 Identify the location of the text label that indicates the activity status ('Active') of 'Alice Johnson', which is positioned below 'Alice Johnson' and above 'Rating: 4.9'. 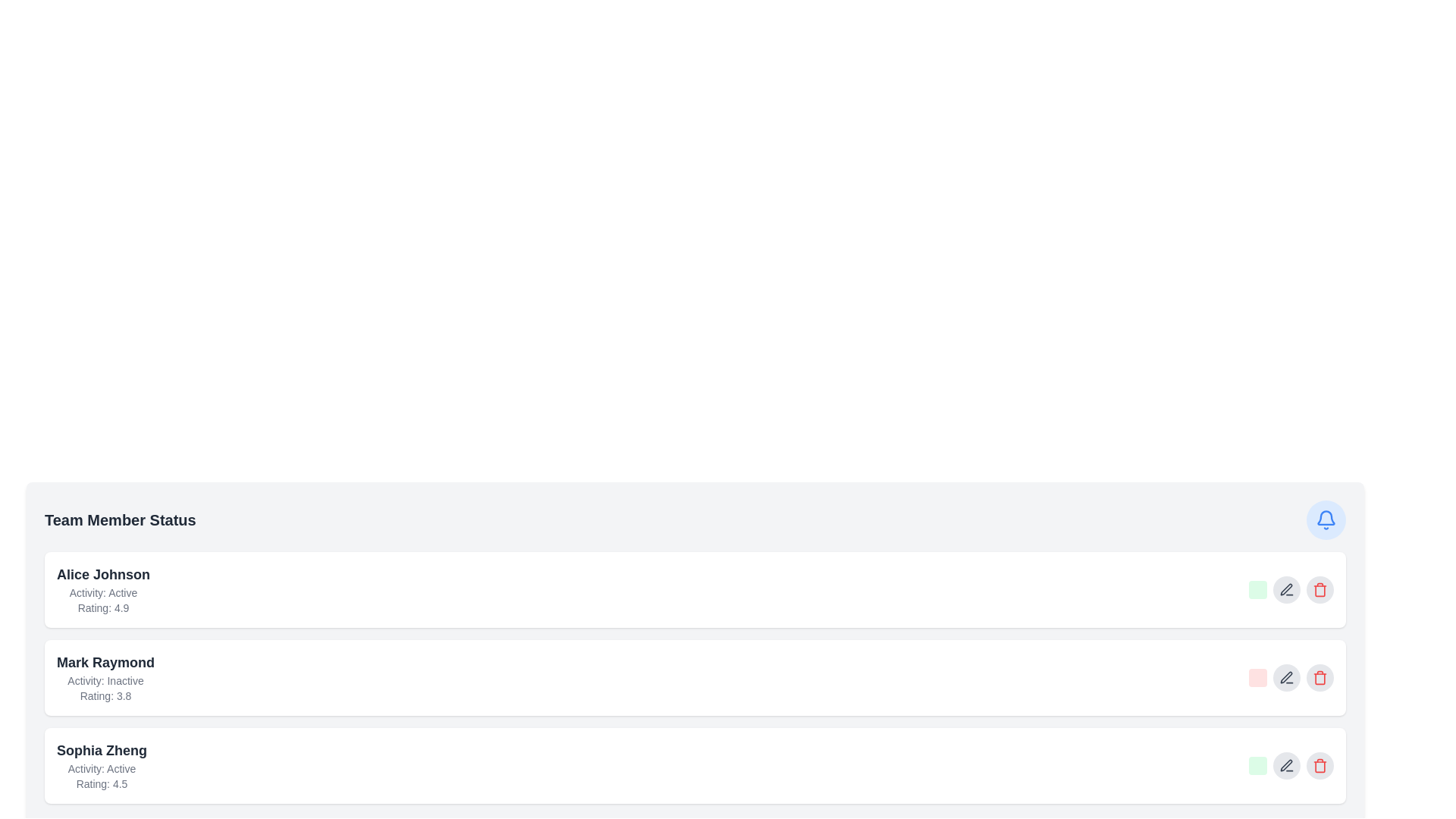
(102, 592).